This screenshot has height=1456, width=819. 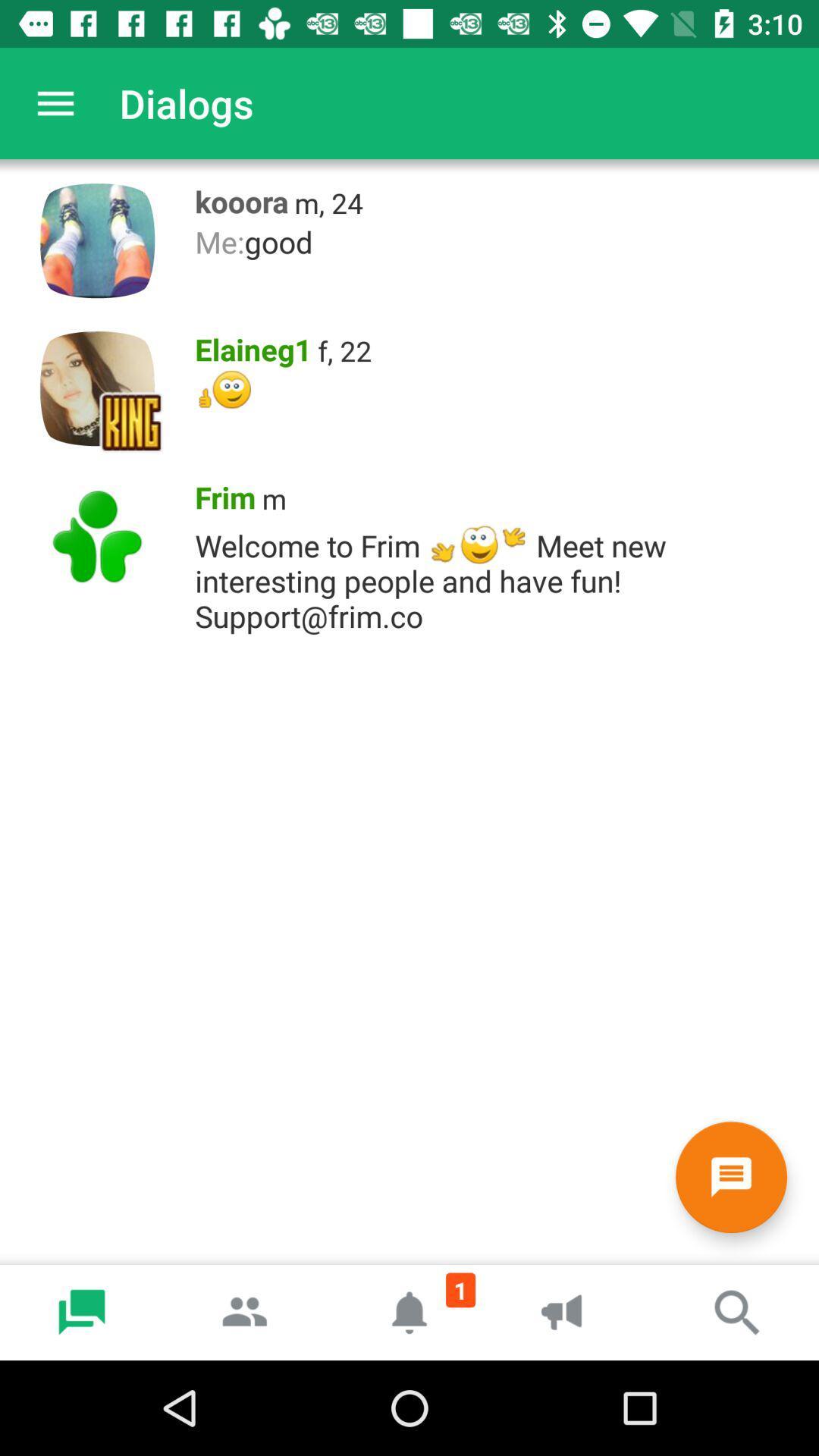 What do you see at coordinates (499, 389) in the screenshot?
I see `the item below the elaineg1 item` at bounding box center [499, 389].